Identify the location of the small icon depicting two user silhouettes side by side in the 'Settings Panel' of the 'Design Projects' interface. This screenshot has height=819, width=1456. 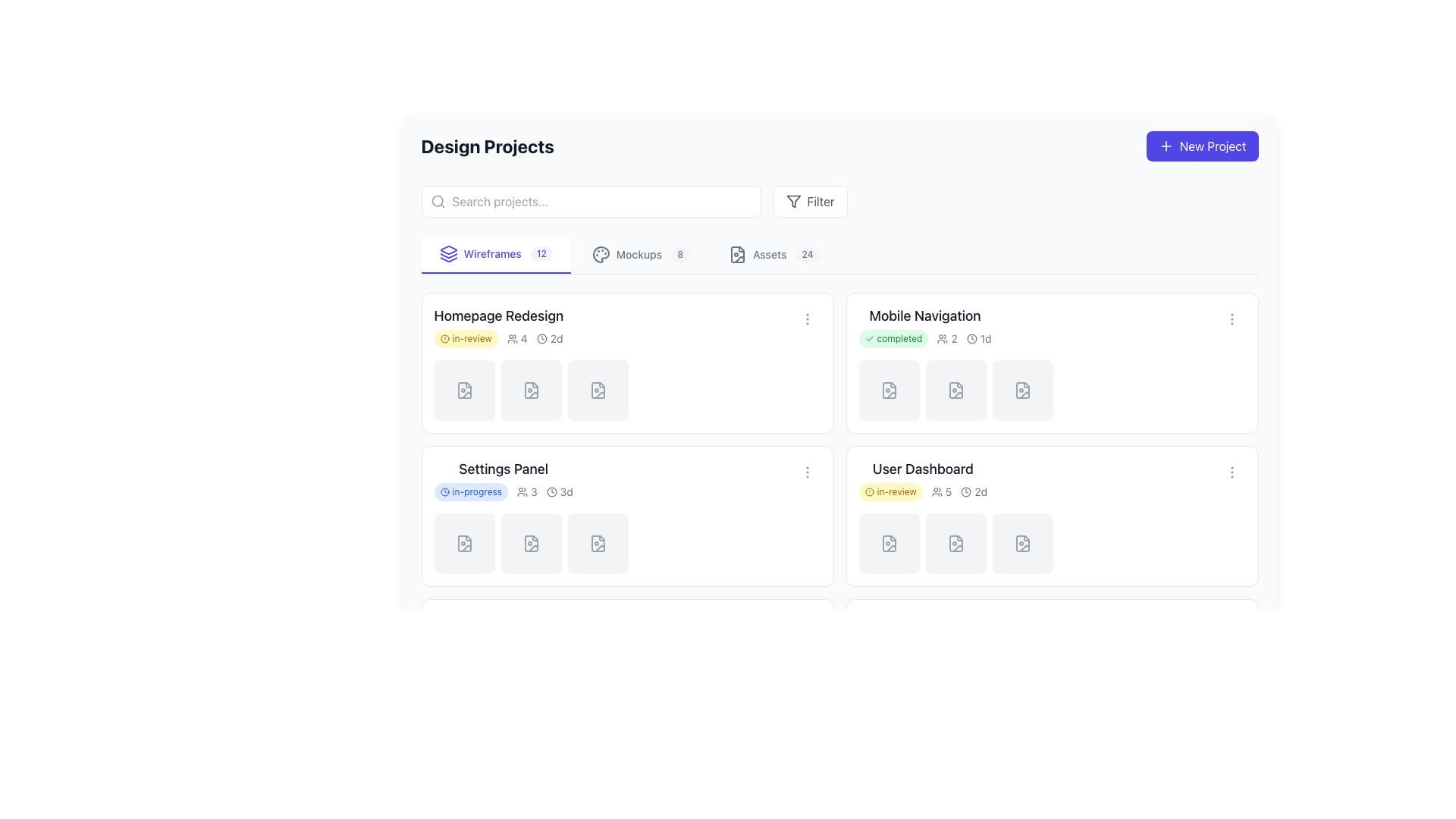
(522, 491).